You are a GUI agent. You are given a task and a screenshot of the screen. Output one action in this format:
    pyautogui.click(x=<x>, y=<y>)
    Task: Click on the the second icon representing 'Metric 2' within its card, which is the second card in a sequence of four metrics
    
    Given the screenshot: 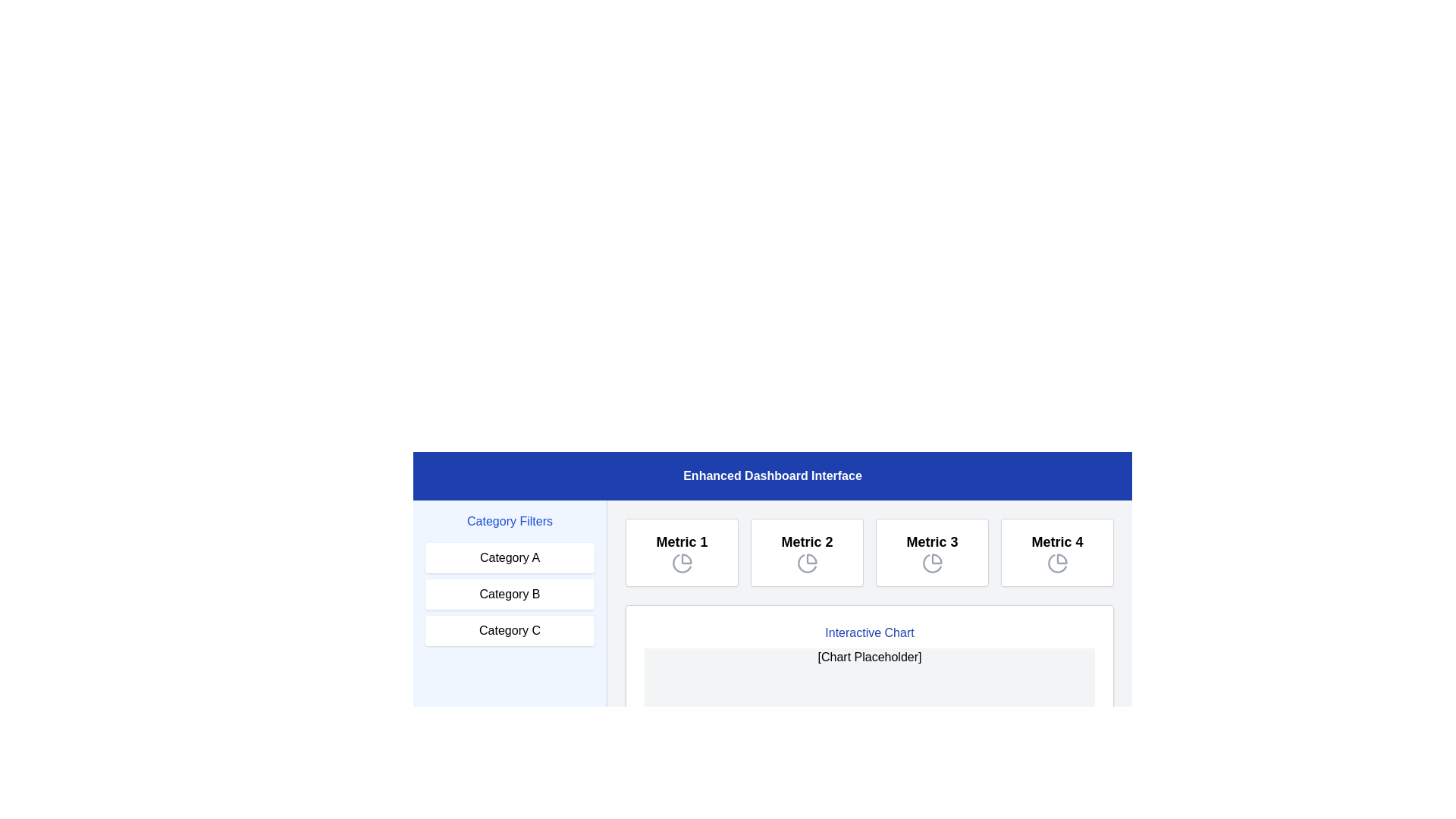 What is the action you would take?
    pyautogui.click(x=806, y=563)
    